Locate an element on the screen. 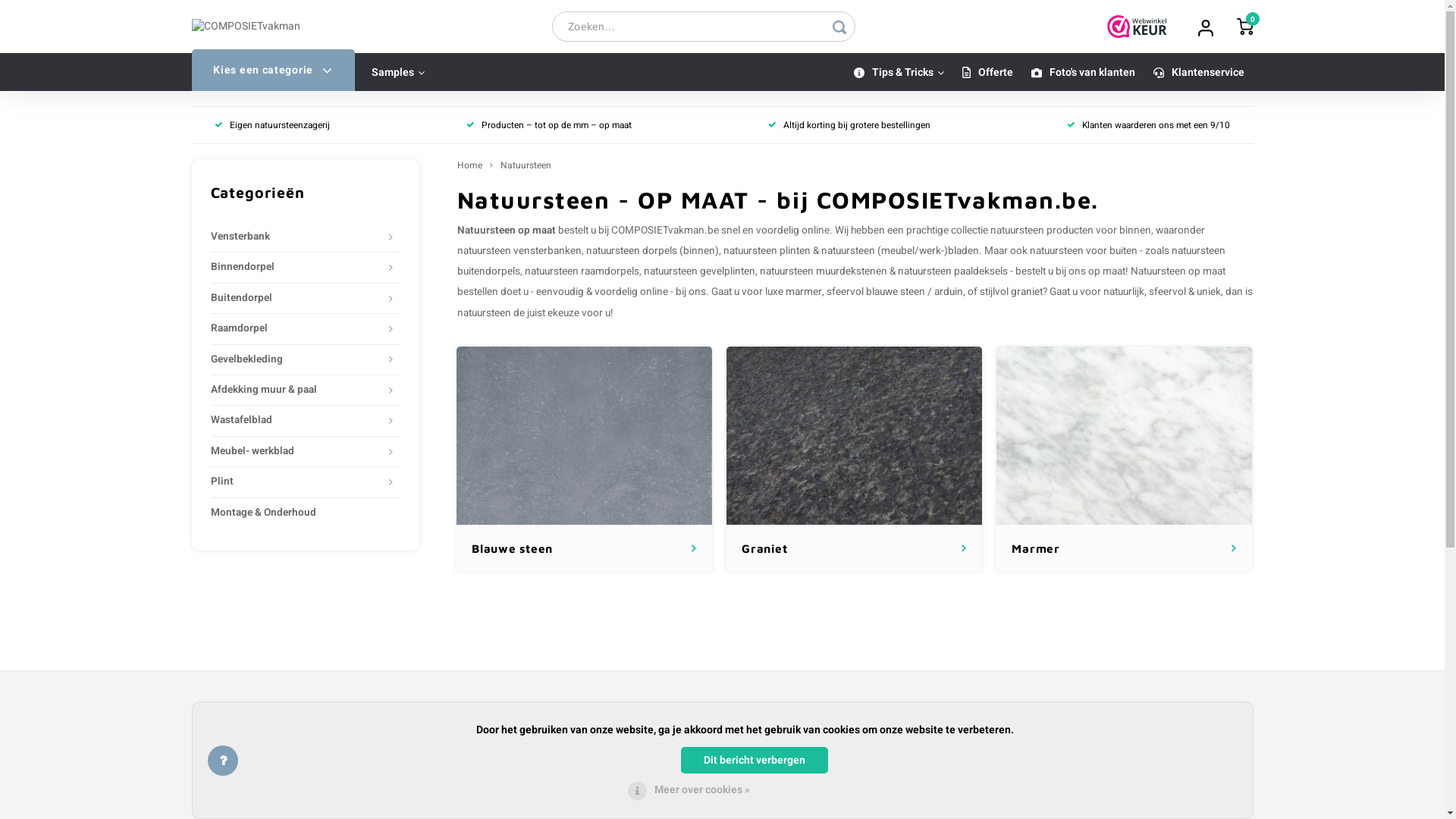 Image resolution: width=1456 pixels, height=819 pixels. 'natuursteen muurdekstenen' is located at coordinates (822, 271).